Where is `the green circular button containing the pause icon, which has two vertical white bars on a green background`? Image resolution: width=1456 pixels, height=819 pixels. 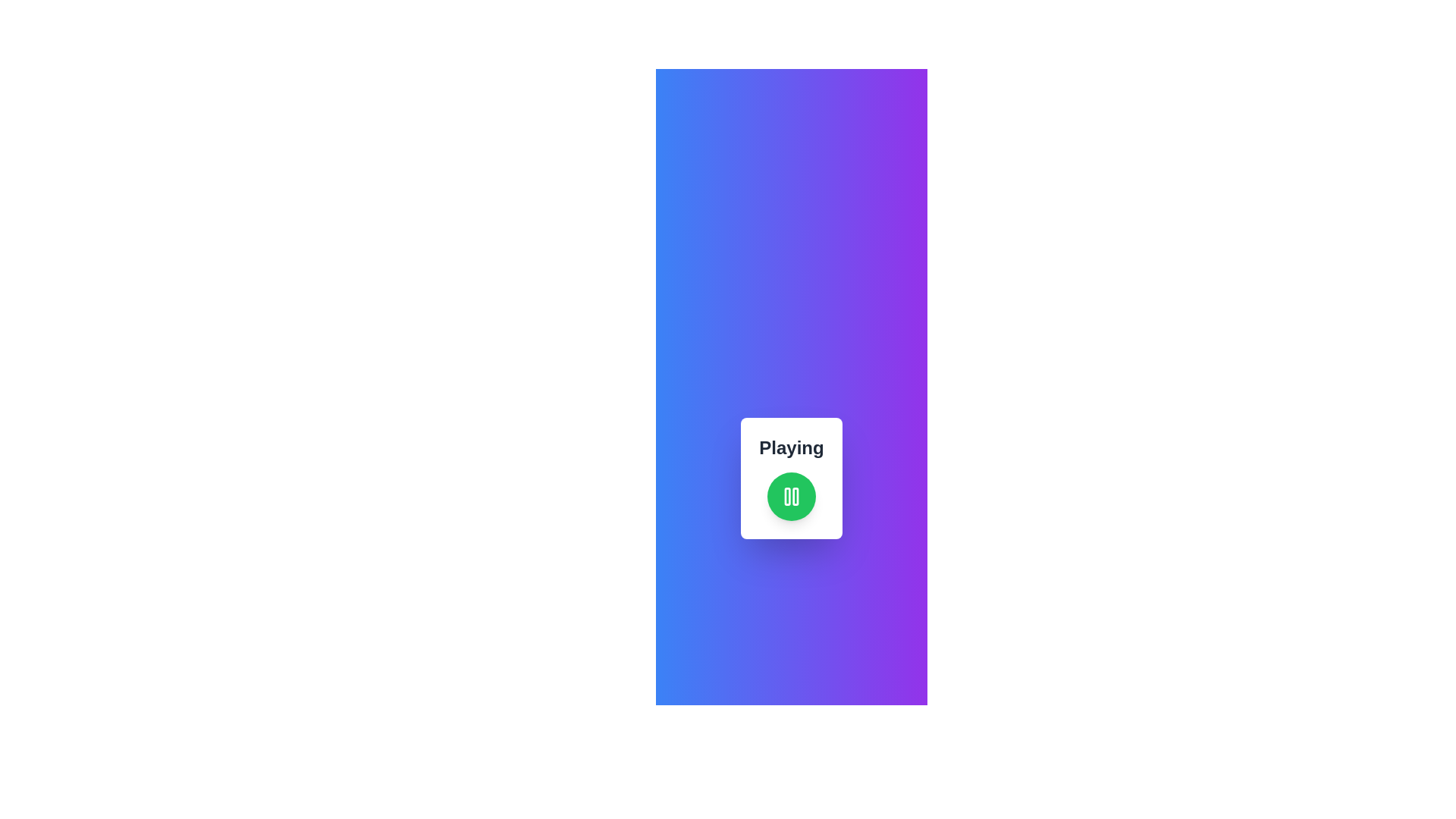
the green circular button containing the pause icon, which has two vertical white bars on a green background is located at coordinates (790, 497).